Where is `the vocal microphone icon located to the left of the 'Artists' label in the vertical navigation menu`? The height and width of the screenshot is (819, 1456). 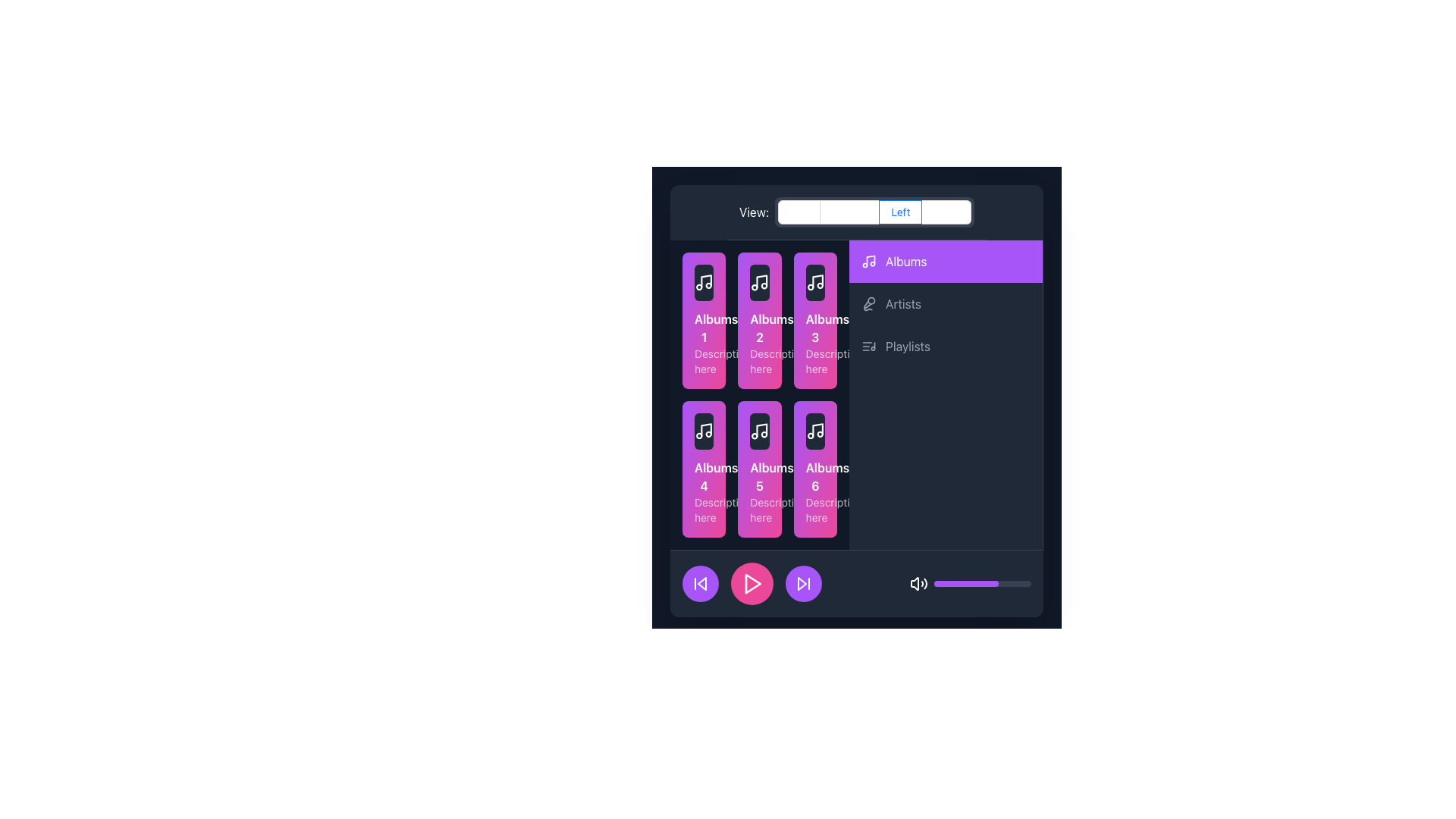 the vocal microphone icon located to the left of the 'Artists' label in the vertical navigation menu is located at coordinates (869, 304).